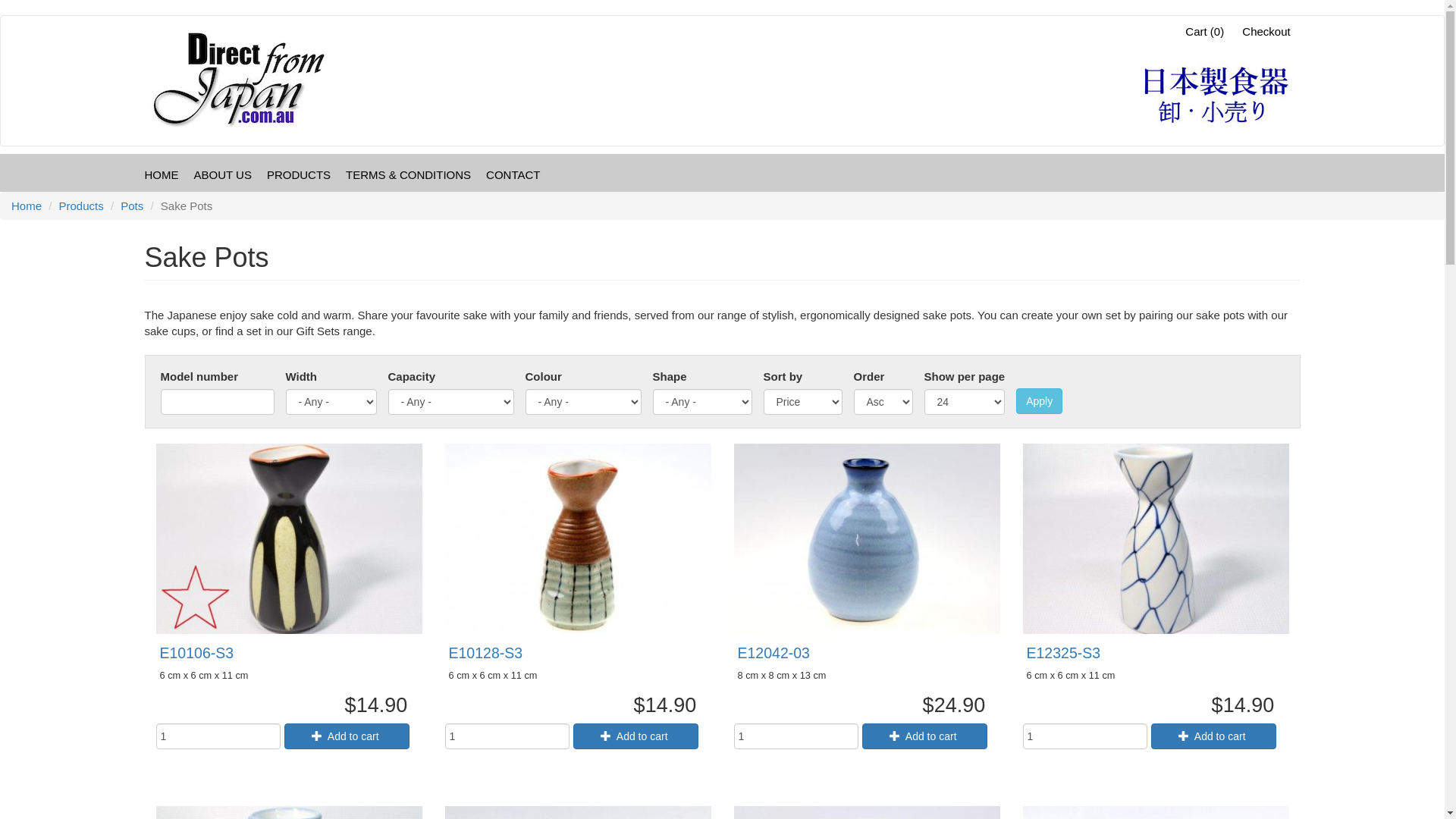 The height and width of the screenshot is (819, 1456). I want to click on 'Skip to main content', so click(0, 15).